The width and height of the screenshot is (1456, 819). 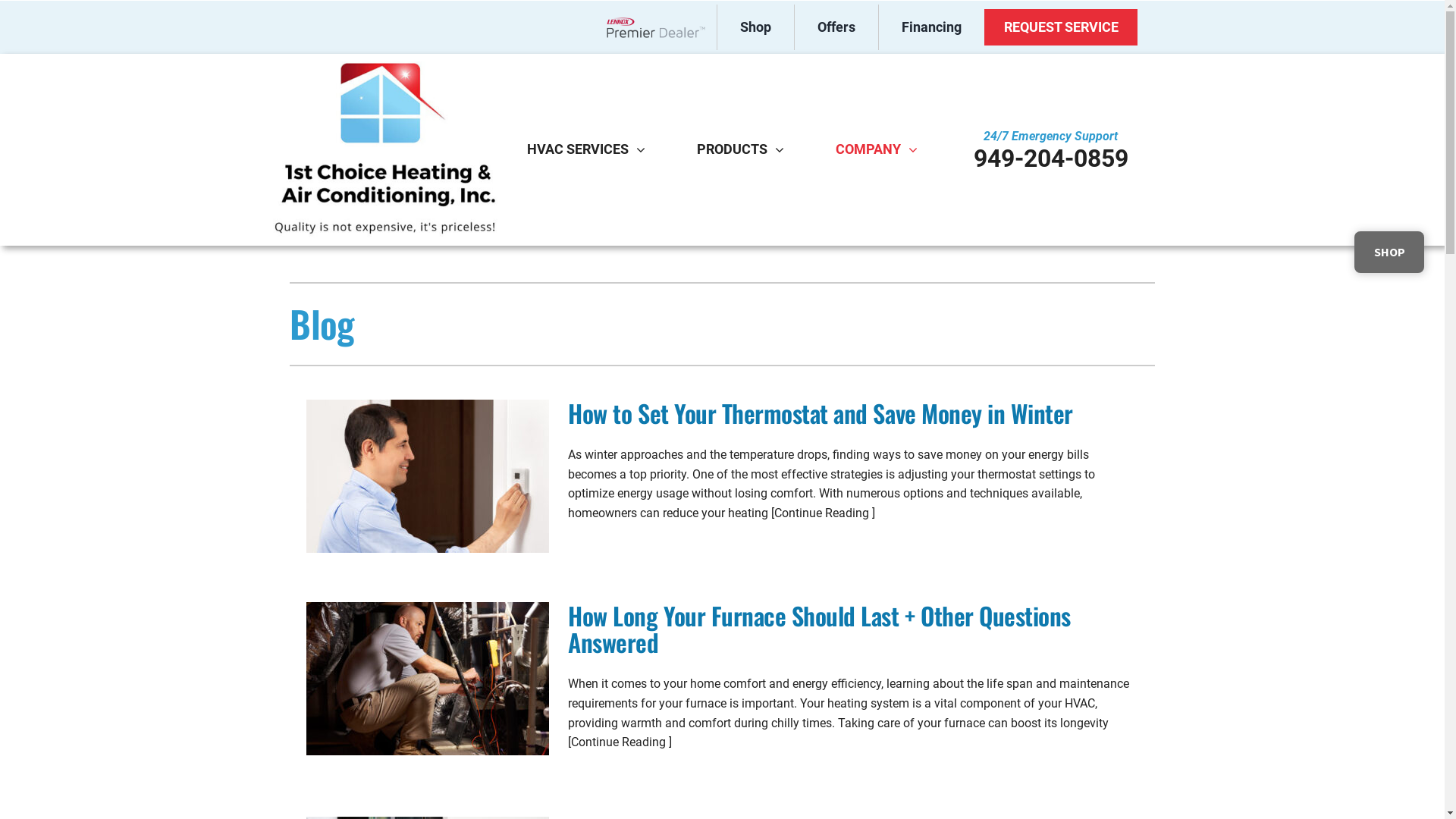 I want to click on 'HVAC SERVICES', so click(x=577, y=149).